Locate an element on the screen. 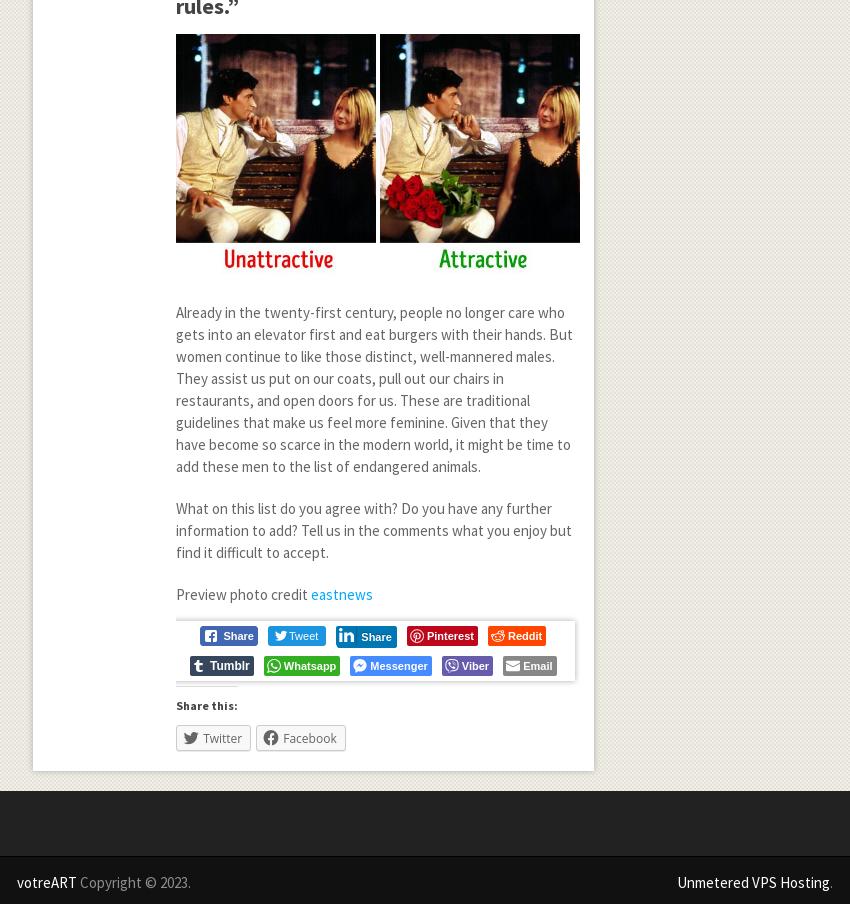 This screenshot has width=850, height=904. 'Facebook' is located at coordinates (309, 738).